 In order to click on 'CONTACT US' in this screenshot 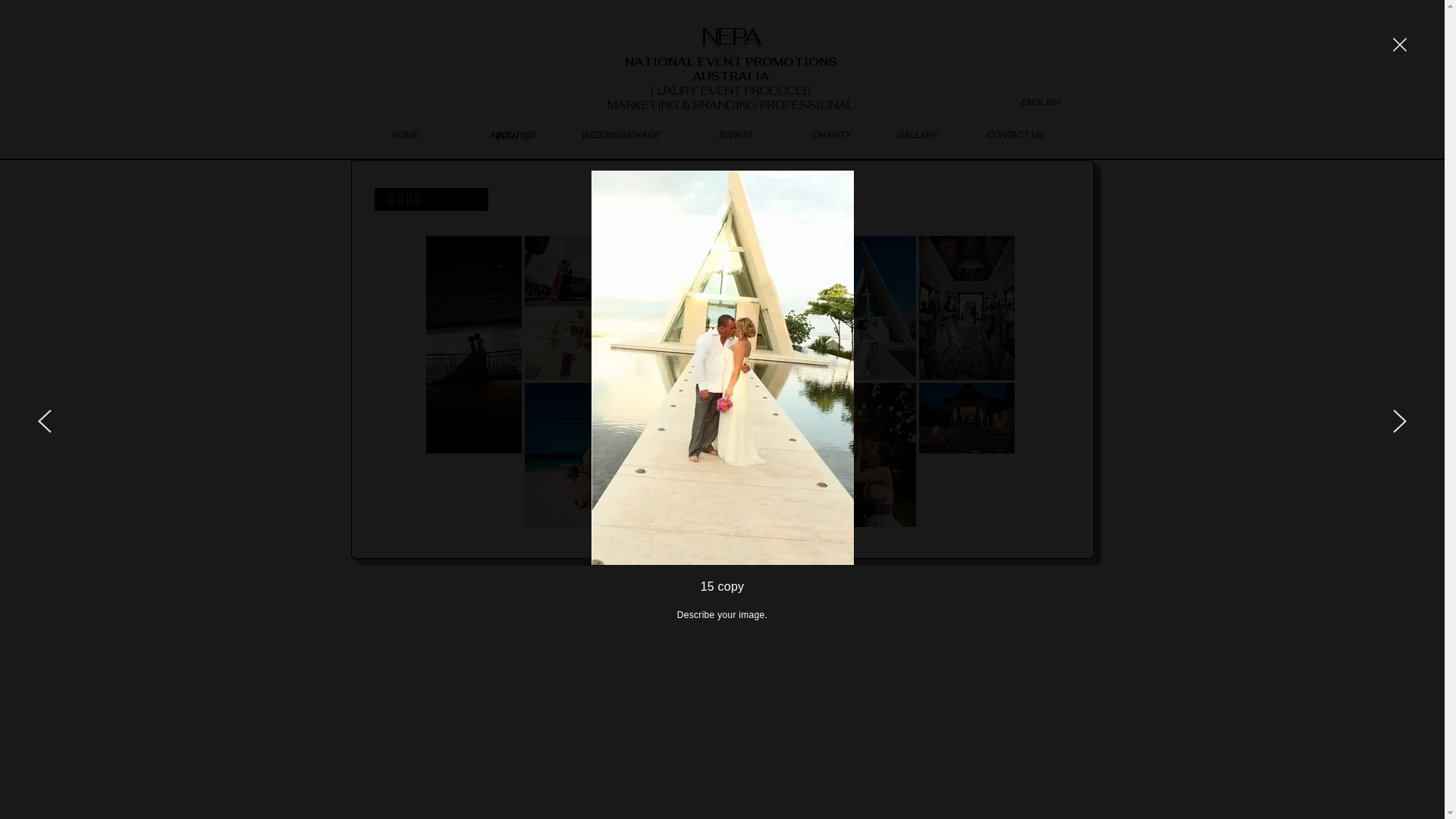, I will do `click(1014, 133)`.